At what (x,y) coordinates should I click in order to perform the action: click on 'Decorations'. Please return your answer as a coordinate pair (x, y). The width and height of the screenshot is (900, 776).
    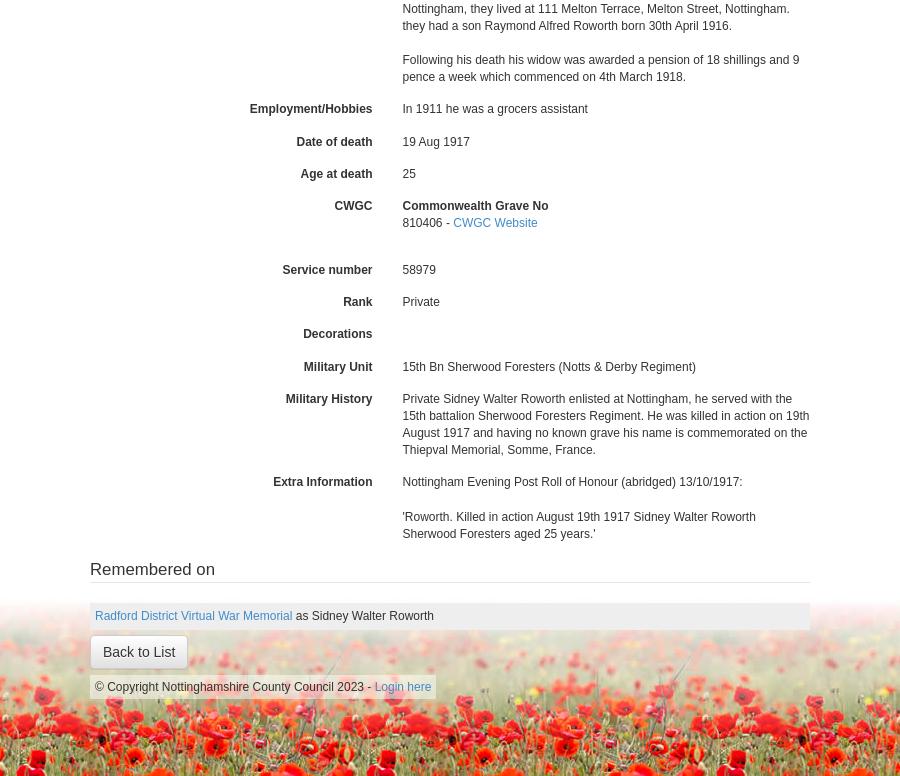
    Looking at the image, I should click on (336, 333).